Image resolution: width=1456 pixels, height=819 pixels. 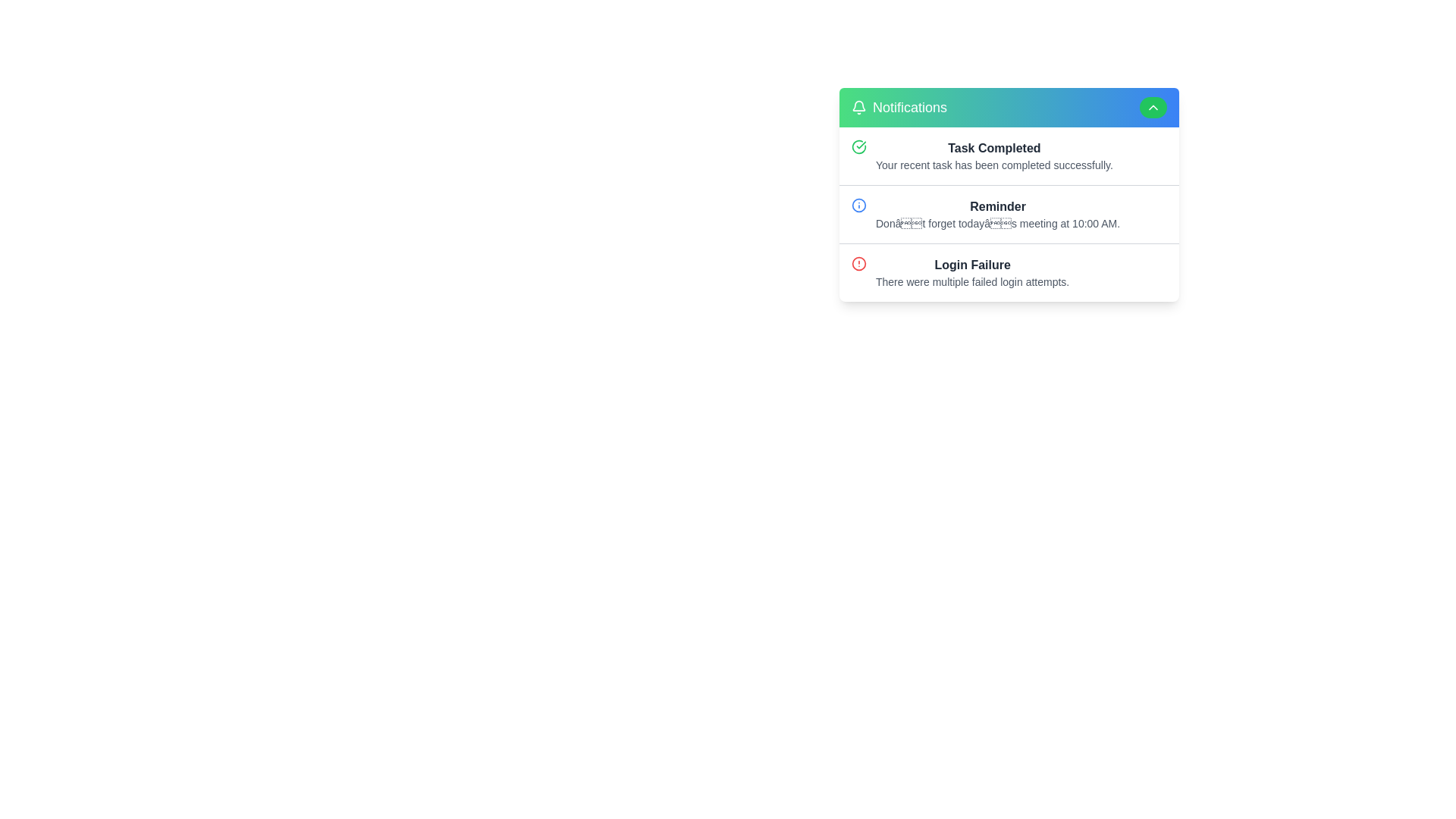 I want to click on the 'Task Completed' text element in the notification panel that indicates a task has been successfully completed, so click(x=994, y=149).